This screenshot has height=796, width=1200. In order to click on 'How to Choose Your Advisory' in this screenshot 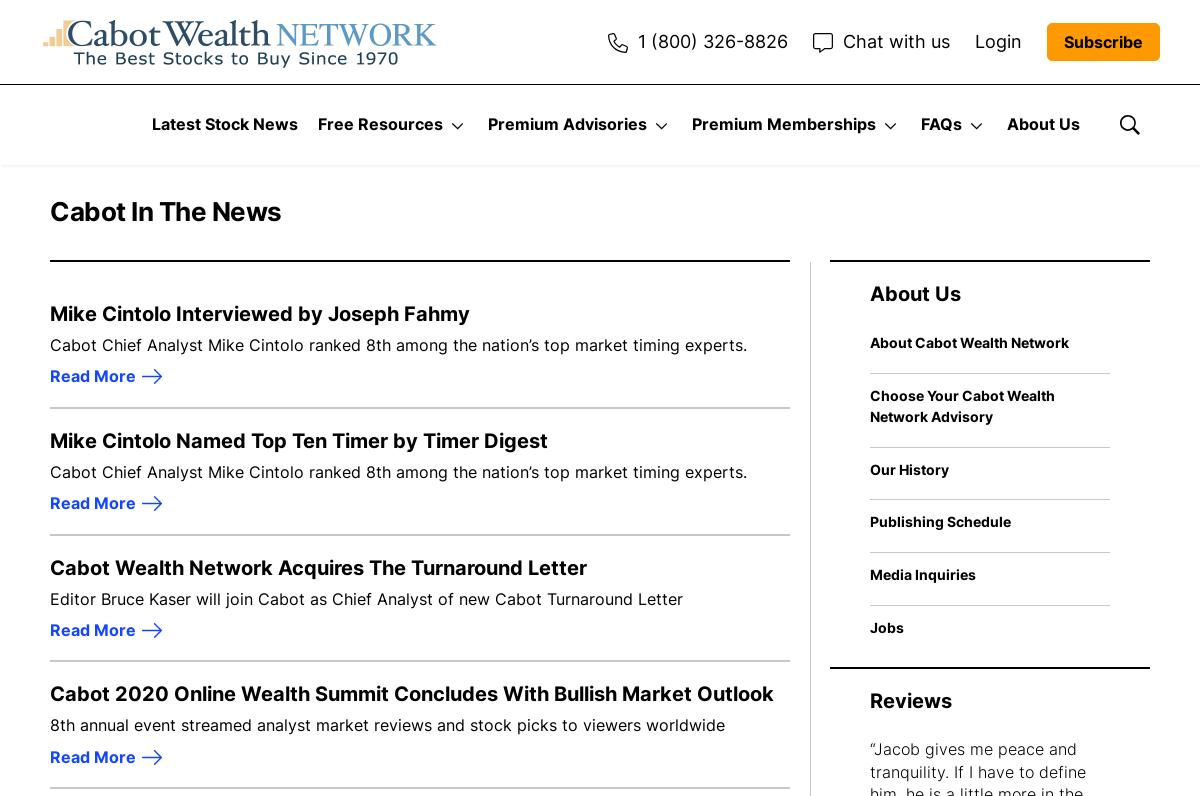, I will do `click(1016, 199)`.